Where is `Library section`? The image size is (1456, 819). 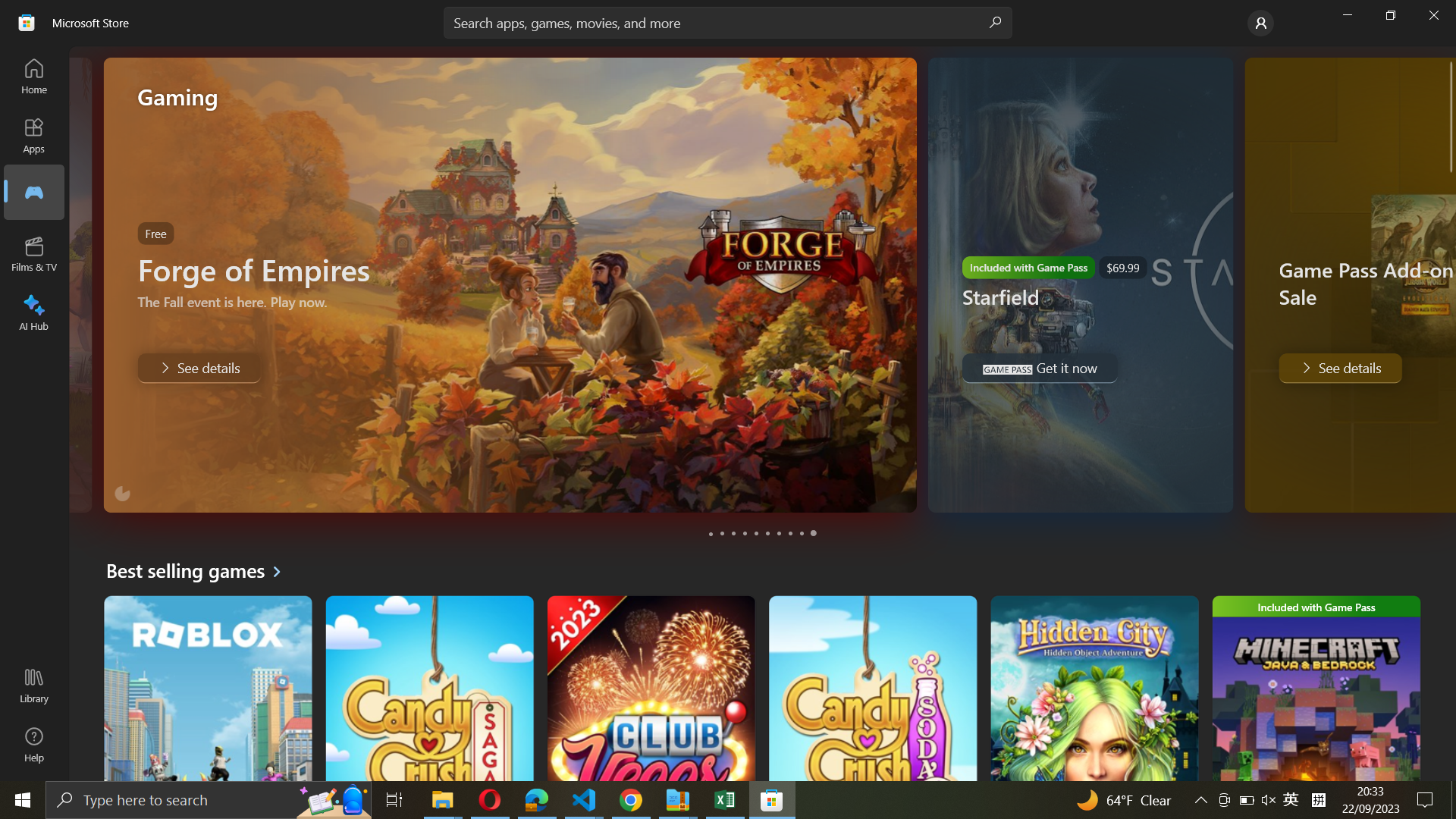 Library section is located at coordinates (36, 687).